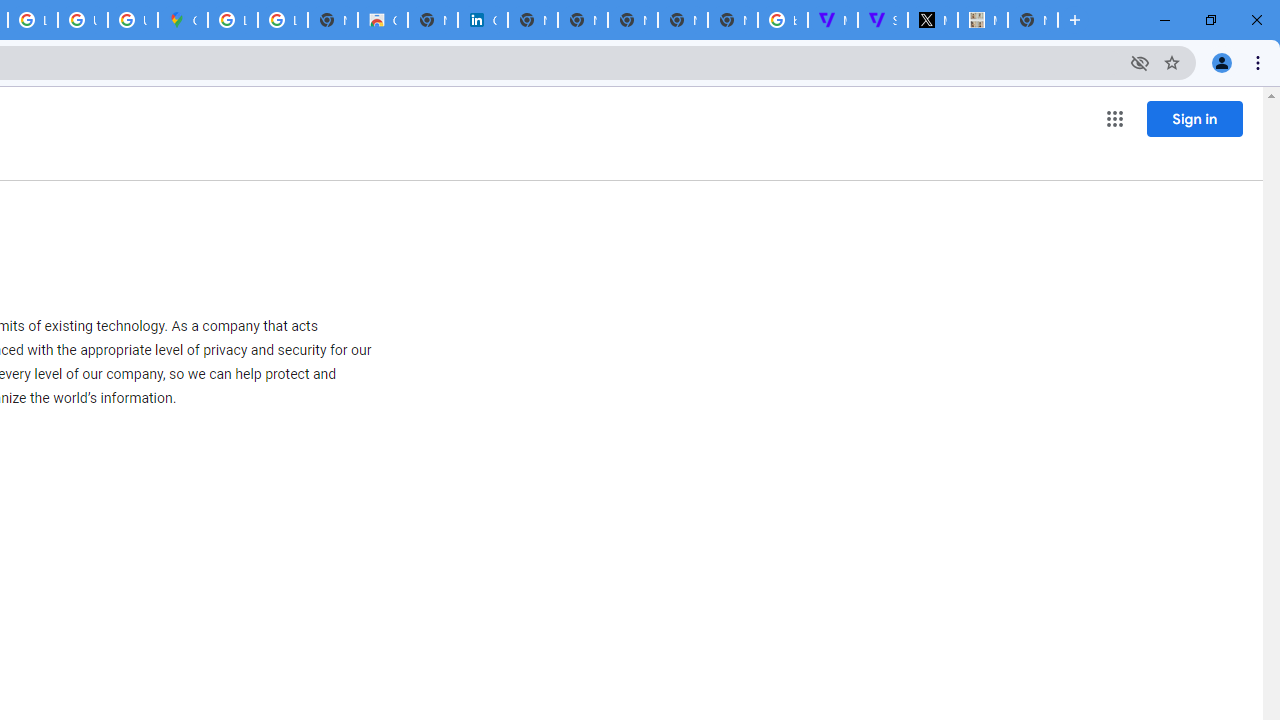  Describe the element at coordinates (383, 20) in the screenshot. I see `'Chrome Web Store'` at that location.